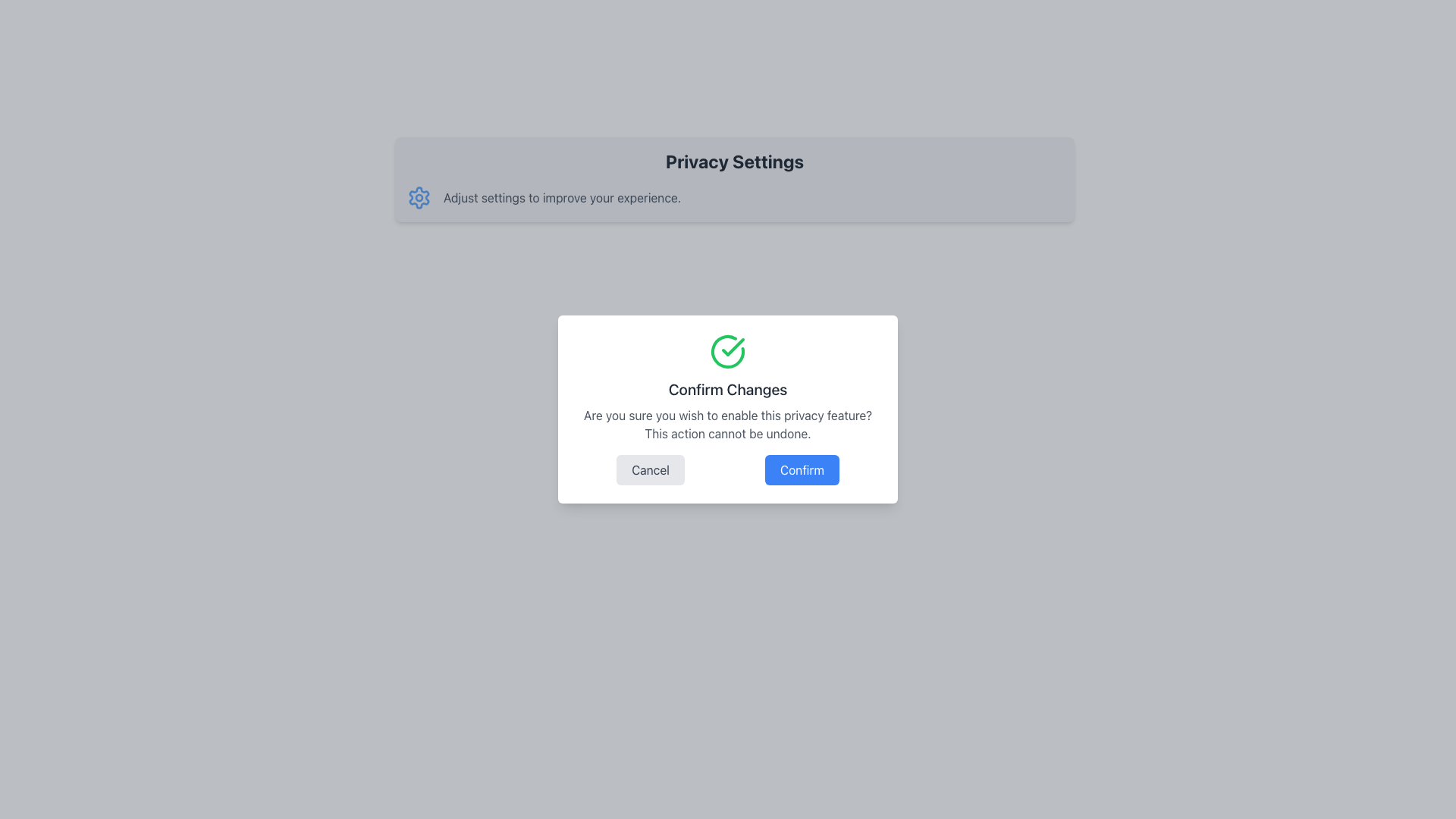  I want to click on the text element containing the paragraph 'Are you sure you wish to enable this privacy feature? This action cannot be undone.' positioned below the 'Confirm Changes' heading in the modal dialog box, so click(728, 424).